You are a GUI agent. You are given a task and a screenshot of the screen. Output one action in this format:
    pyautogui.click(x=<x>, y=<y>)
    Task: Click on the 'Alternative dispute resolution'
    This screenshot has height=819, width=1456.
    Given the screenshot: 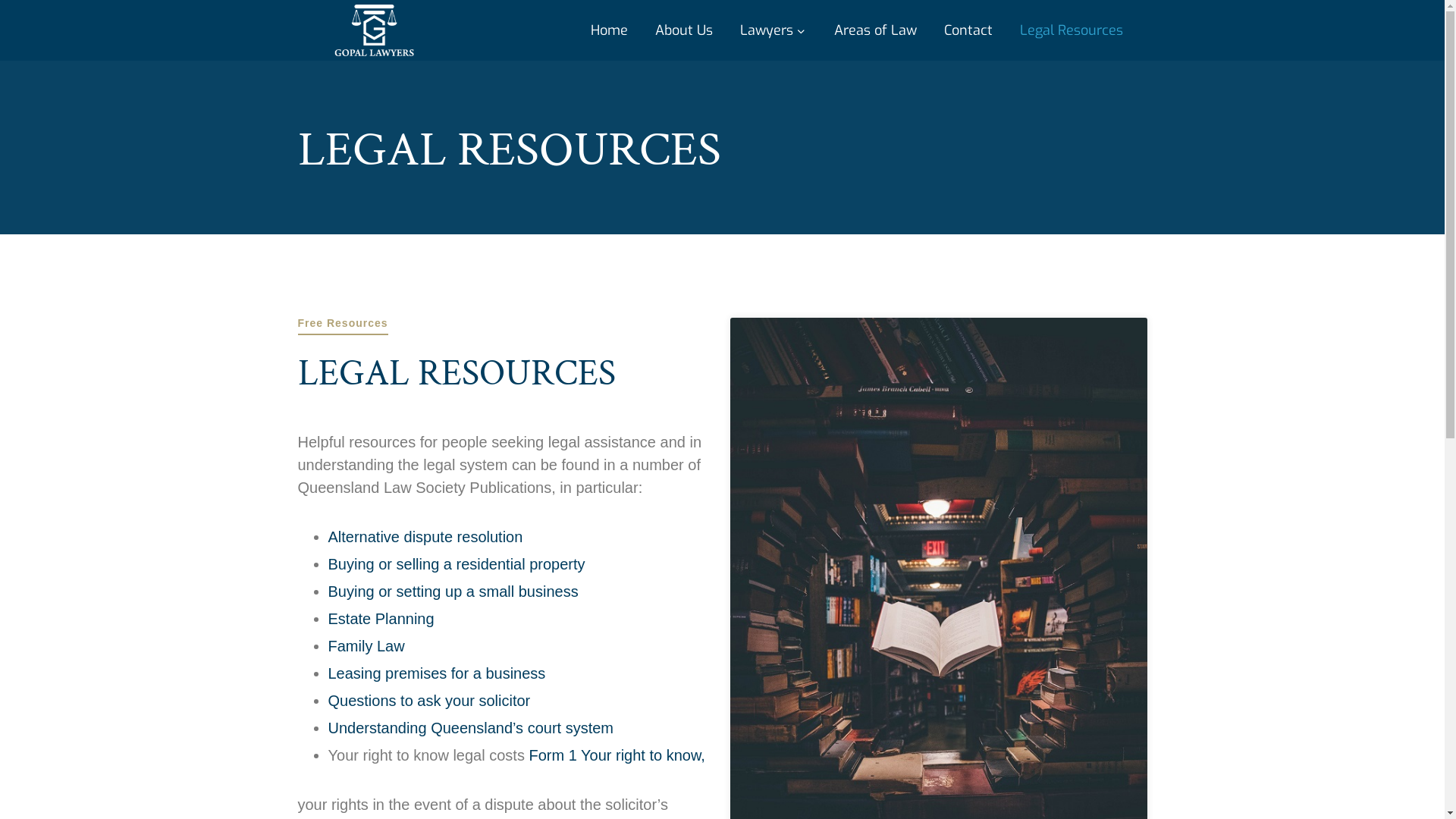 What is the action you would take?
    pyautogui.click(x=425, y=536)
    